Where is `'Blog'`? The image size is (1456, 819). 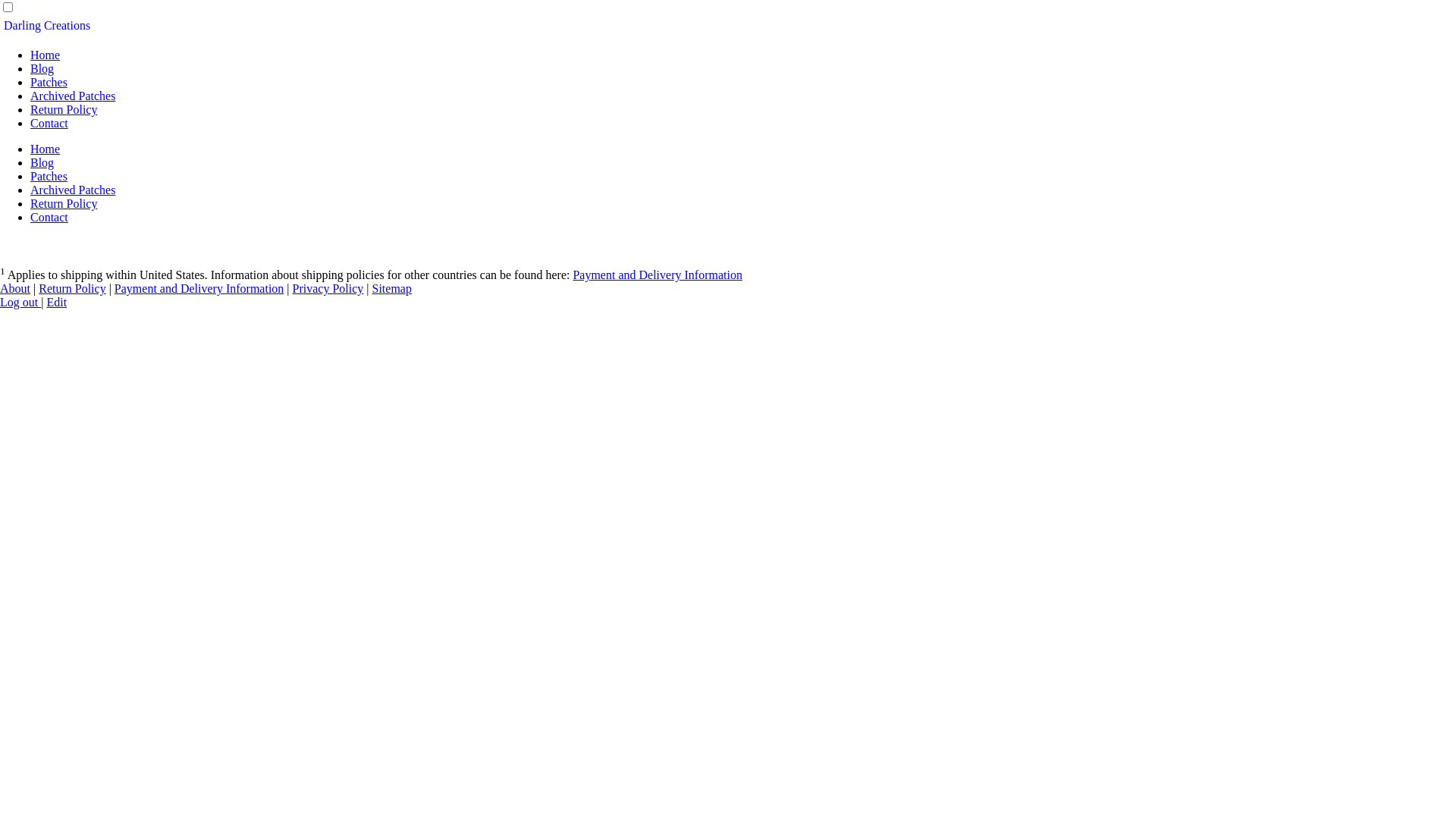 'Blog' is located at coordinates (42, 162).